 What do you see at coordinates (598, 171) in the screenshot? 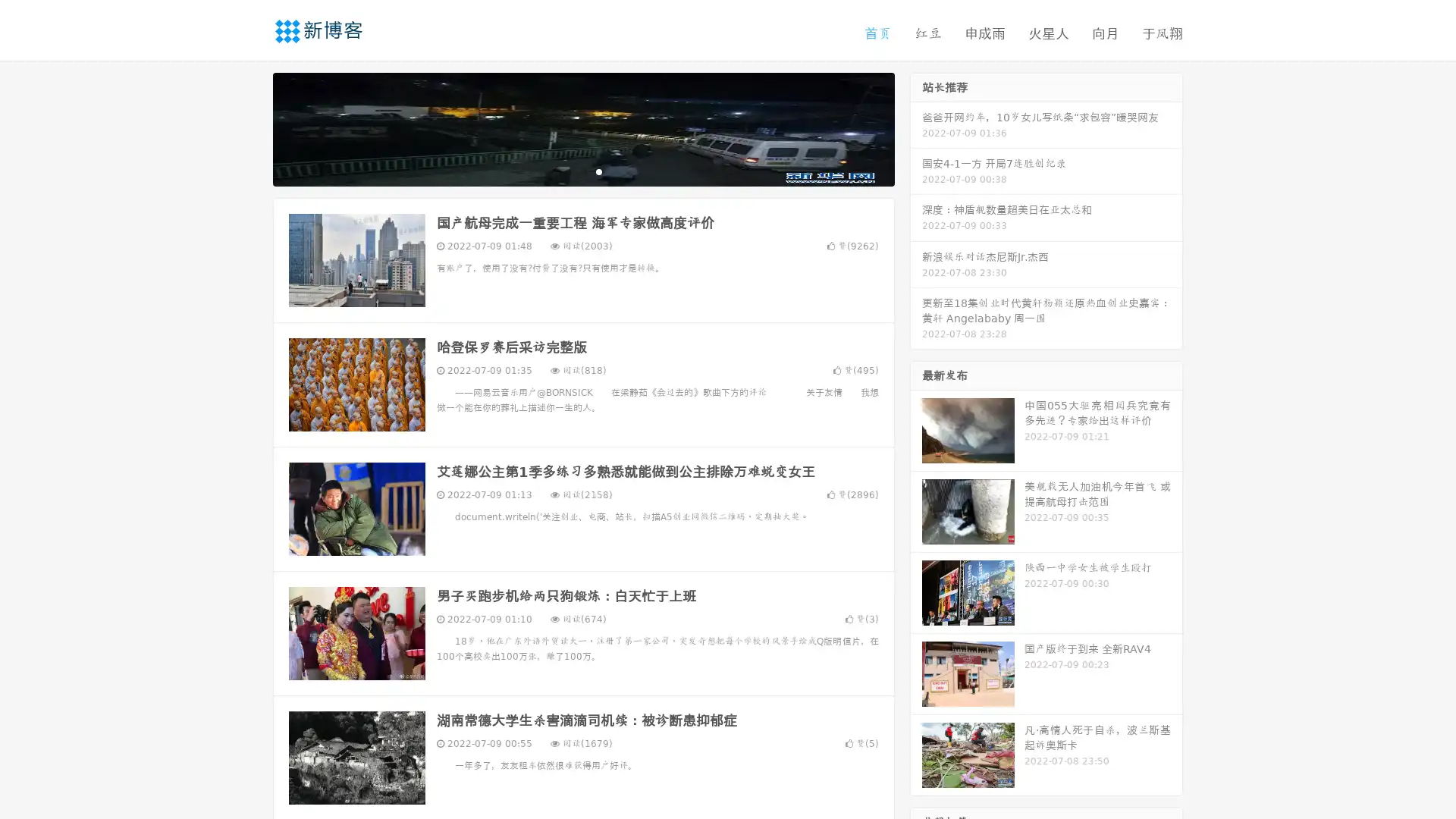
I see `Go to slide 3` at bounding box center [598, 171].